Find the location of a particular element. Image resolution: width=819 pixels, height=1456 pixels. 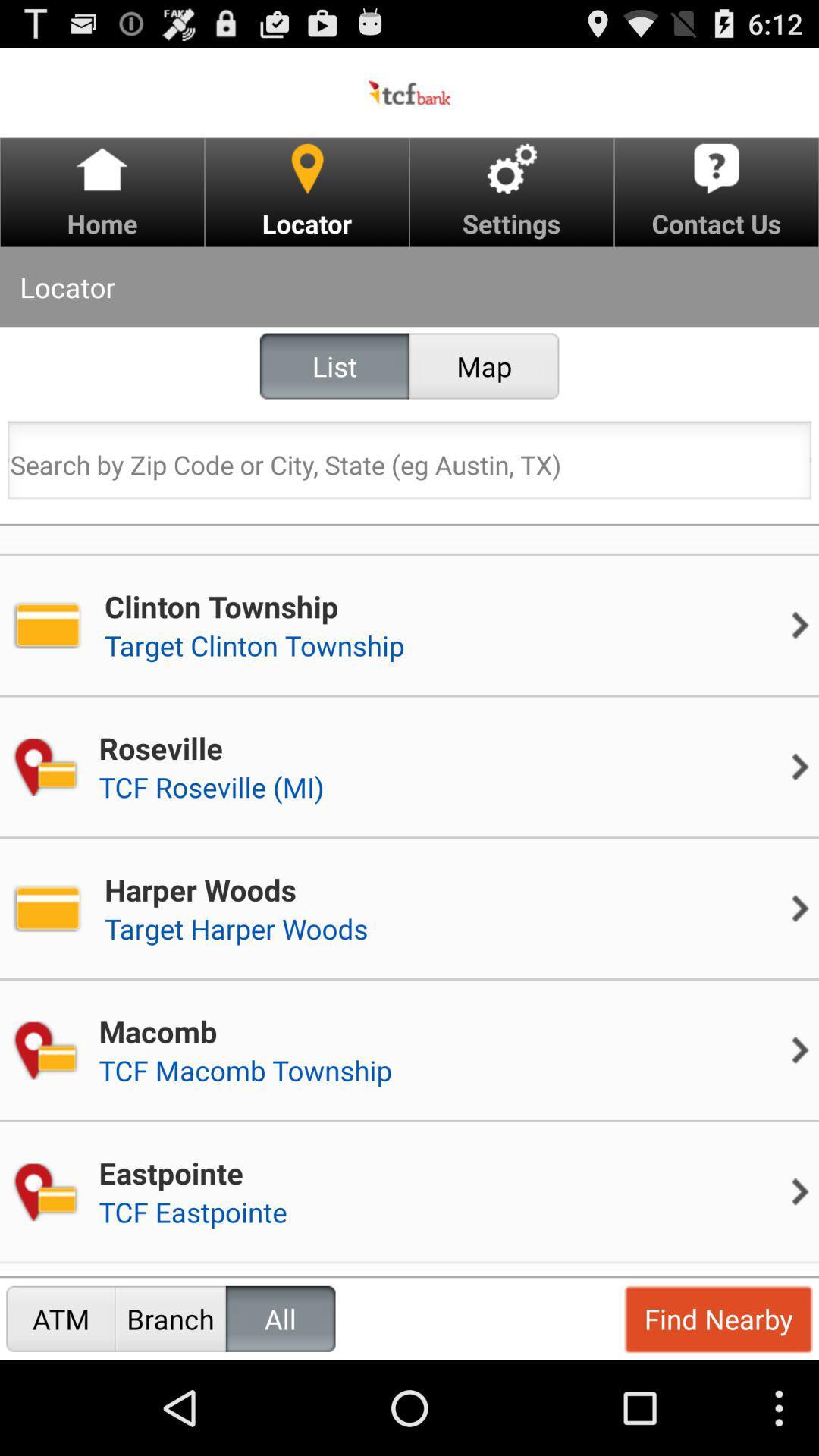

the all radio button is located at coordinates (281, 1318).